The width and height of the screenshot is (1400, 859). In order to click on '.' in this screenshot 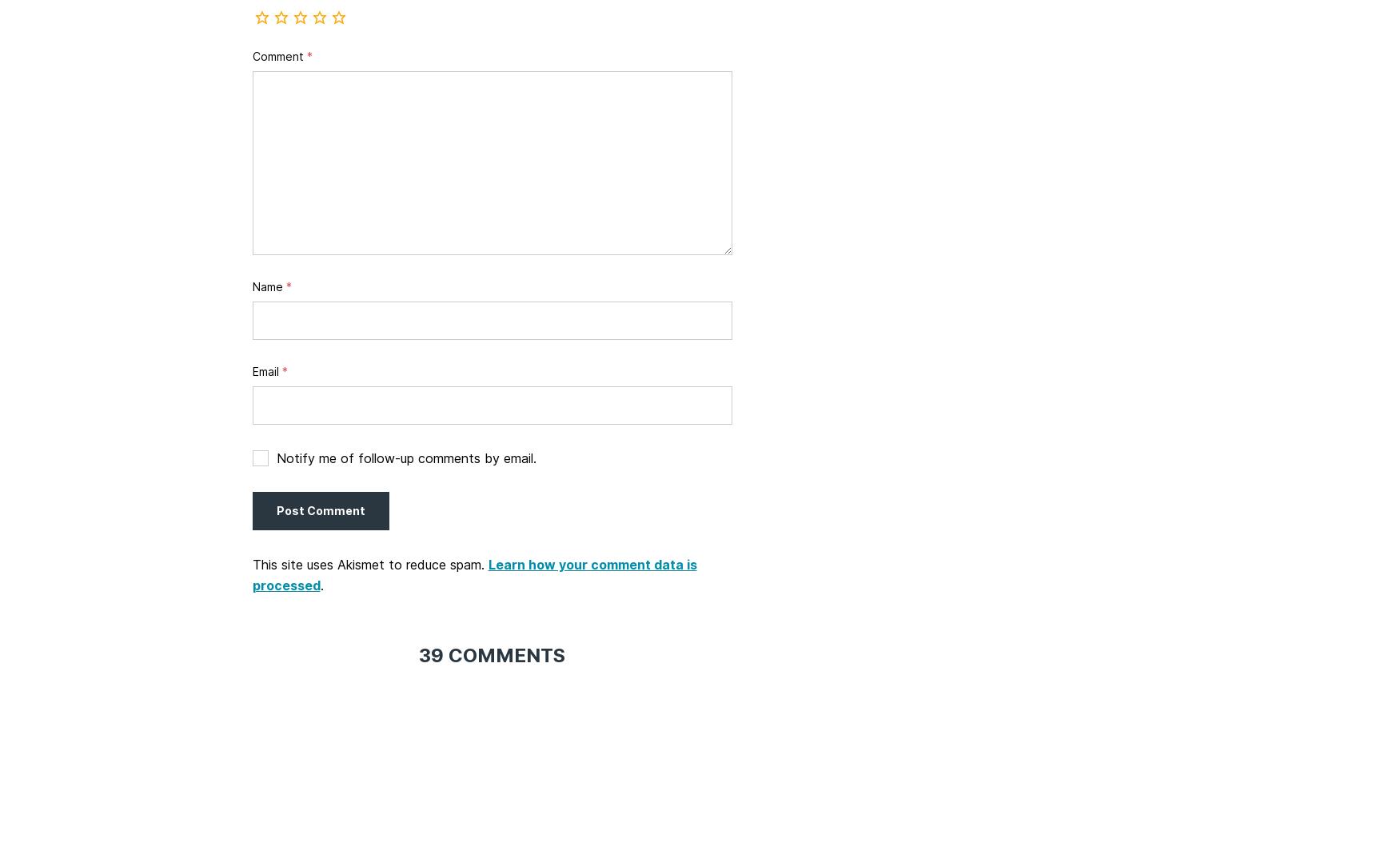, I will do `click(321, 584)`.